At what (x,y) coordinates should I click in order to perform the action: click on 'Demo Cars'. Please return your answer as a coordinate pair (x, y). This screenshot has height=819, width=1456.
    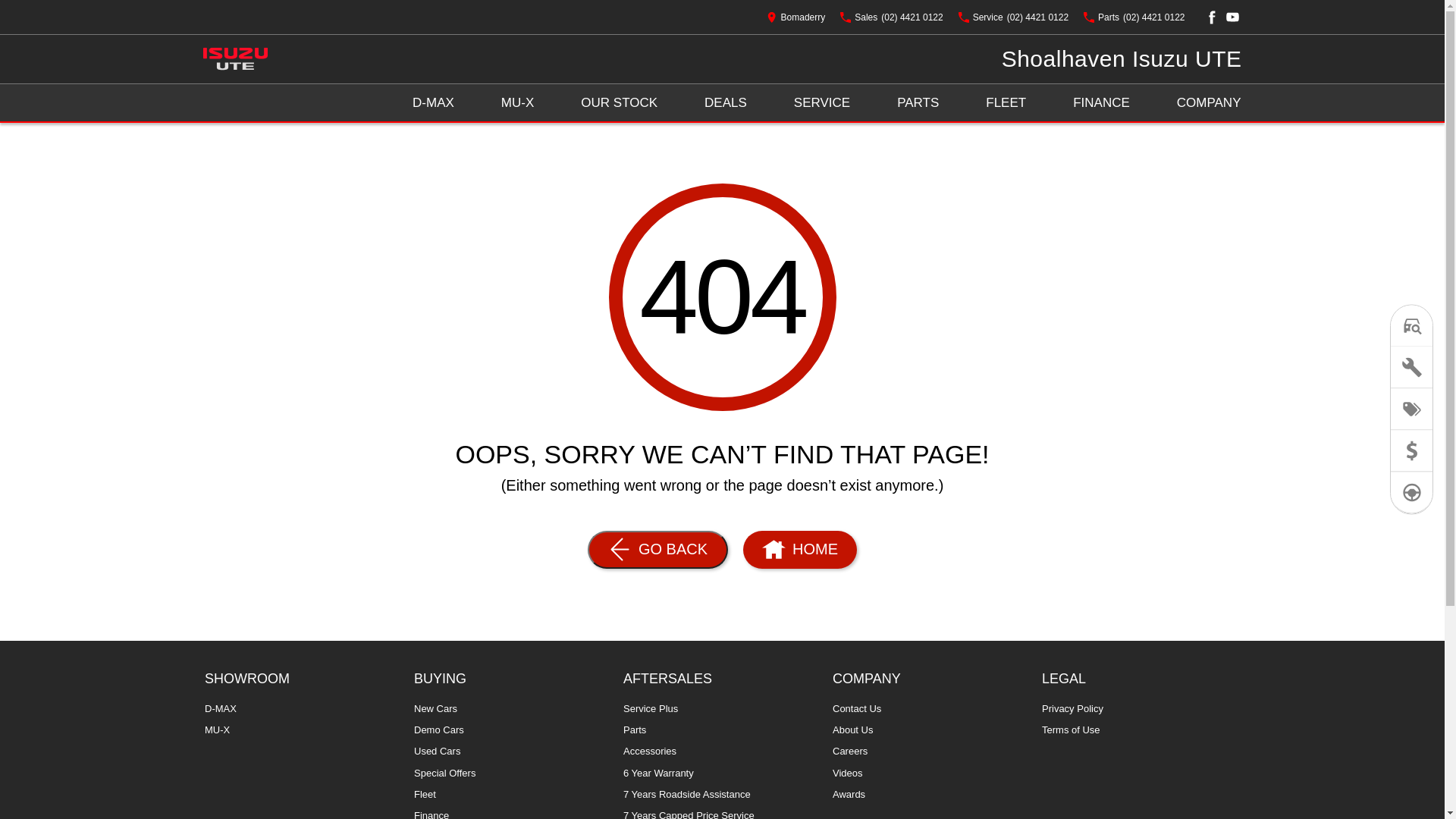
    Looking at the image, I should click on (438, 733).